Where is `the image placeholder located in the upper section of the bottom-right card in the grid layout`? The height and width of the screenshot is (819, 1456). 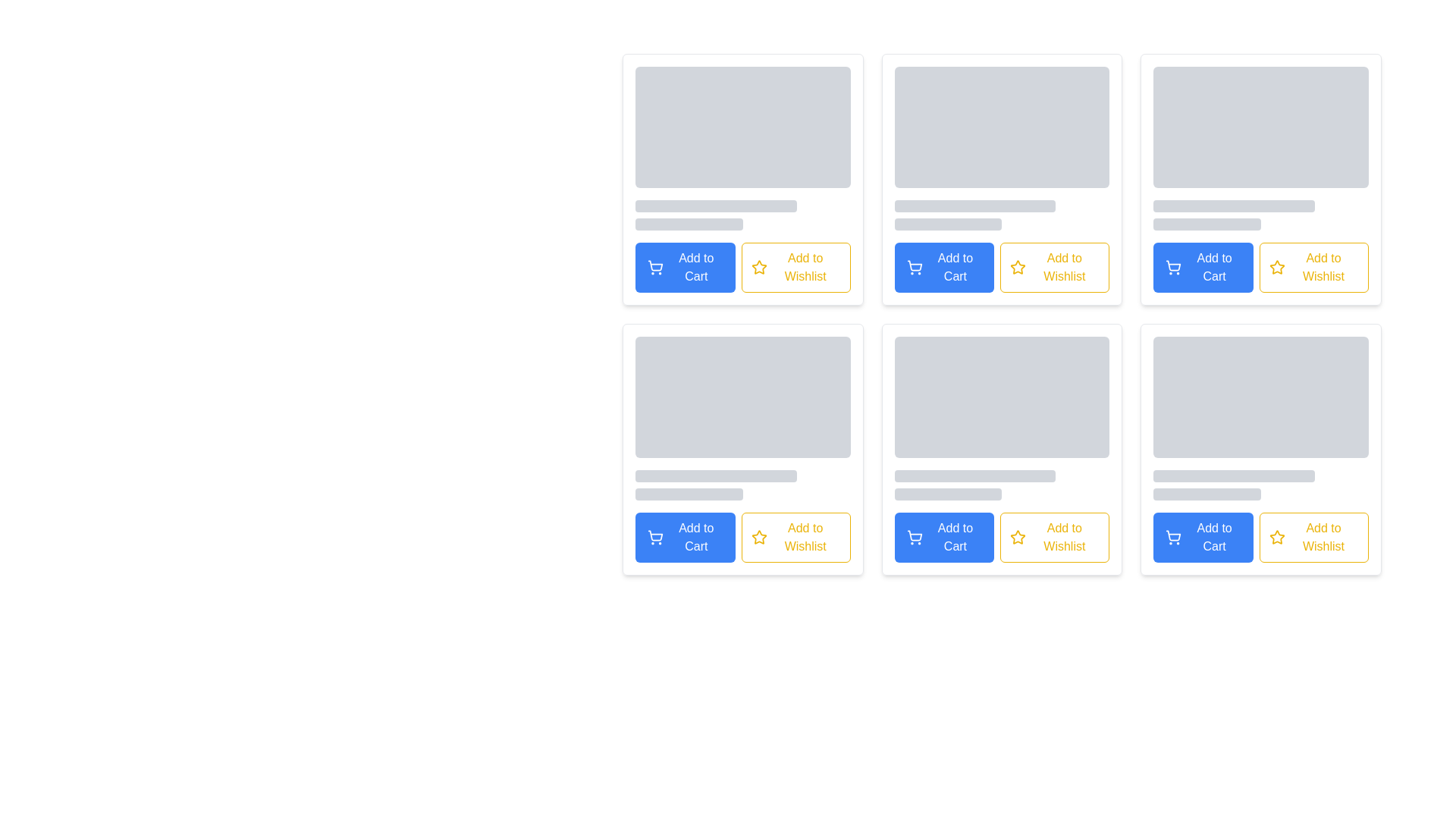
the image placeholder located in the upper section of the bottom-right card in the grid layout is located at coordinates (1261, 418).